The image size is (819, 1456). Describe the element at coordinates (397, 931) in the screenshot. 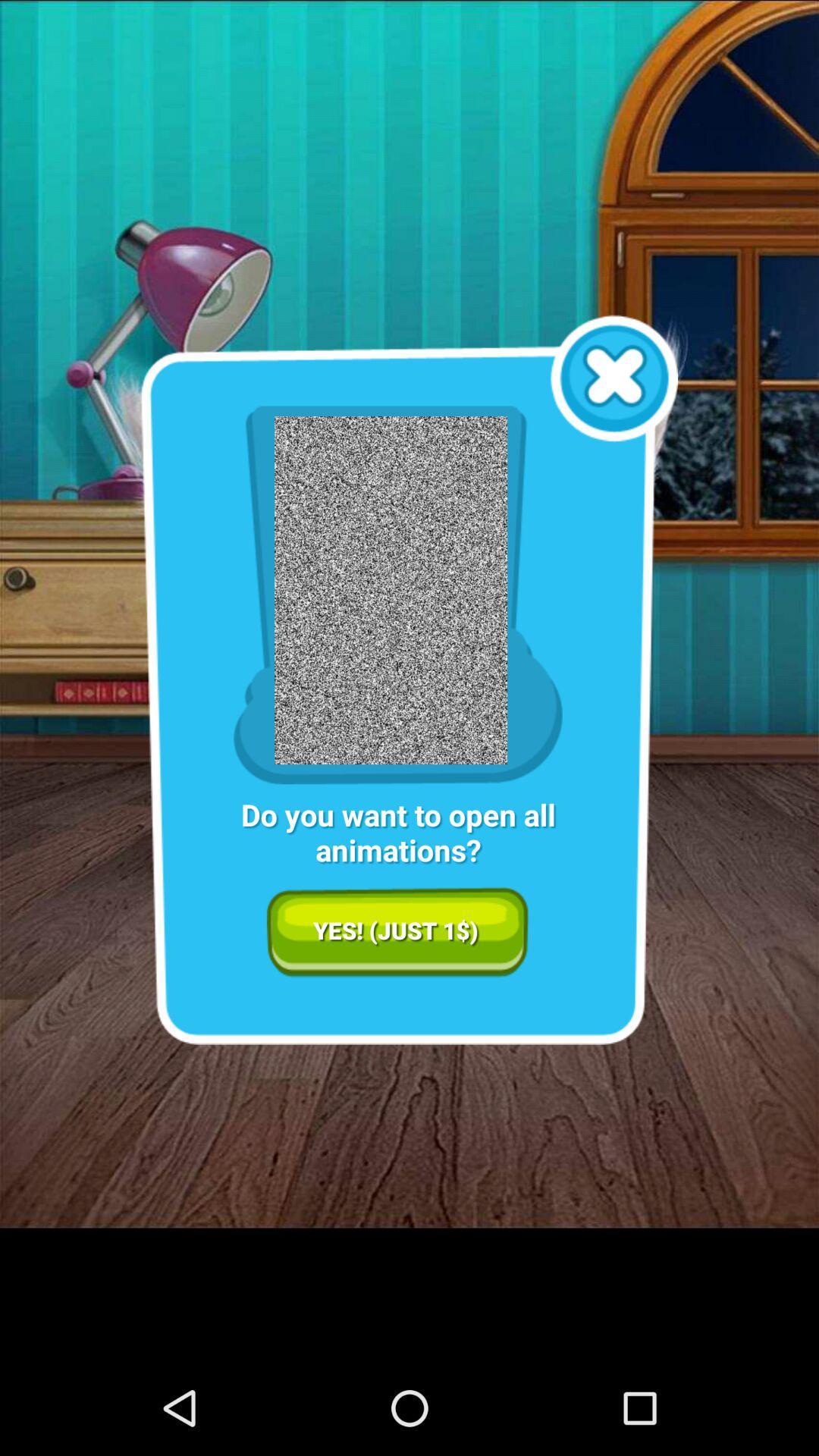

I see `yes! (just 1$)` at that location.